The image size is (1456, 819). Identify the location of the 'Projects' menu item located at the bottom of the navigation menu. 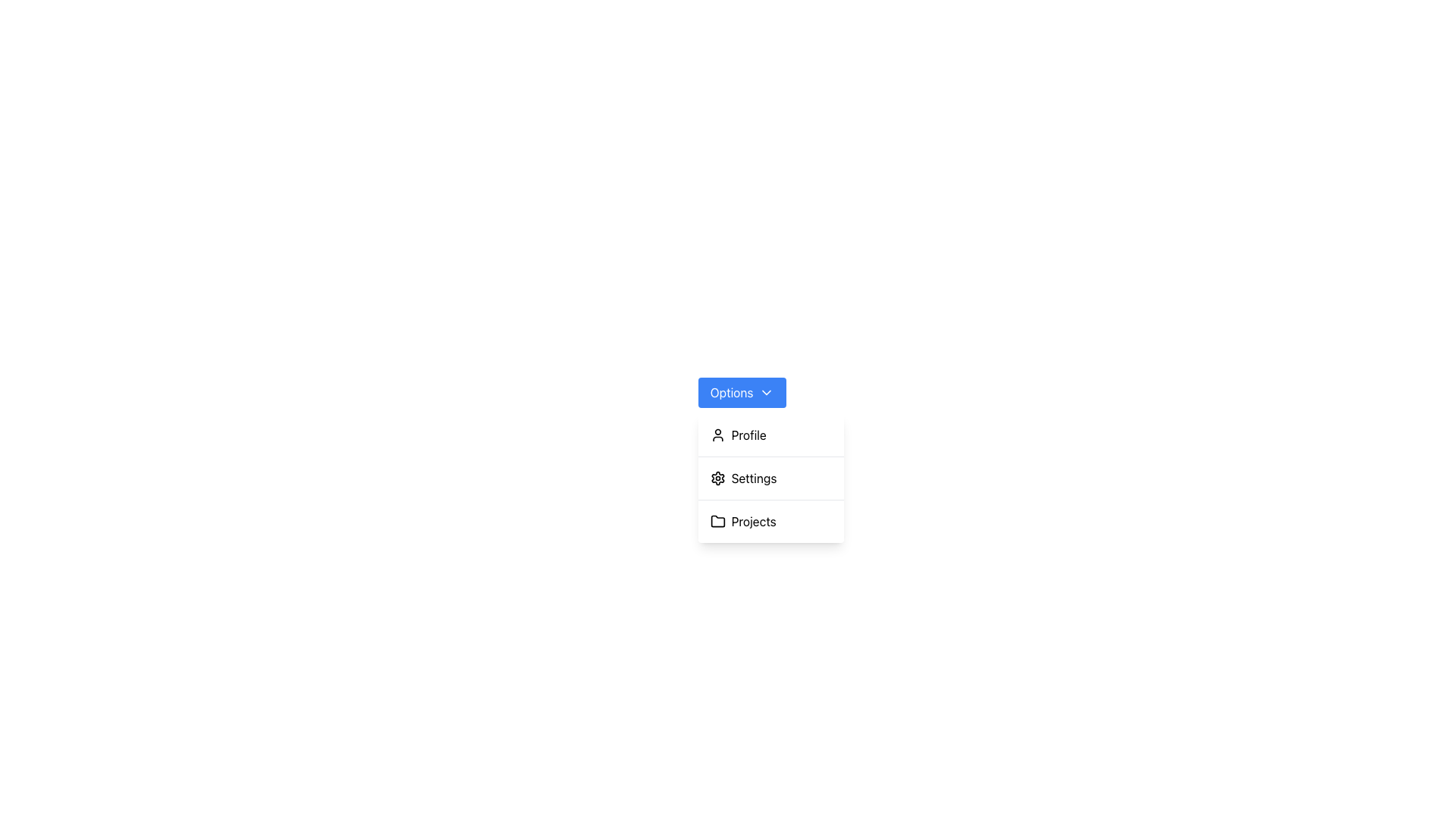
(770, 520).